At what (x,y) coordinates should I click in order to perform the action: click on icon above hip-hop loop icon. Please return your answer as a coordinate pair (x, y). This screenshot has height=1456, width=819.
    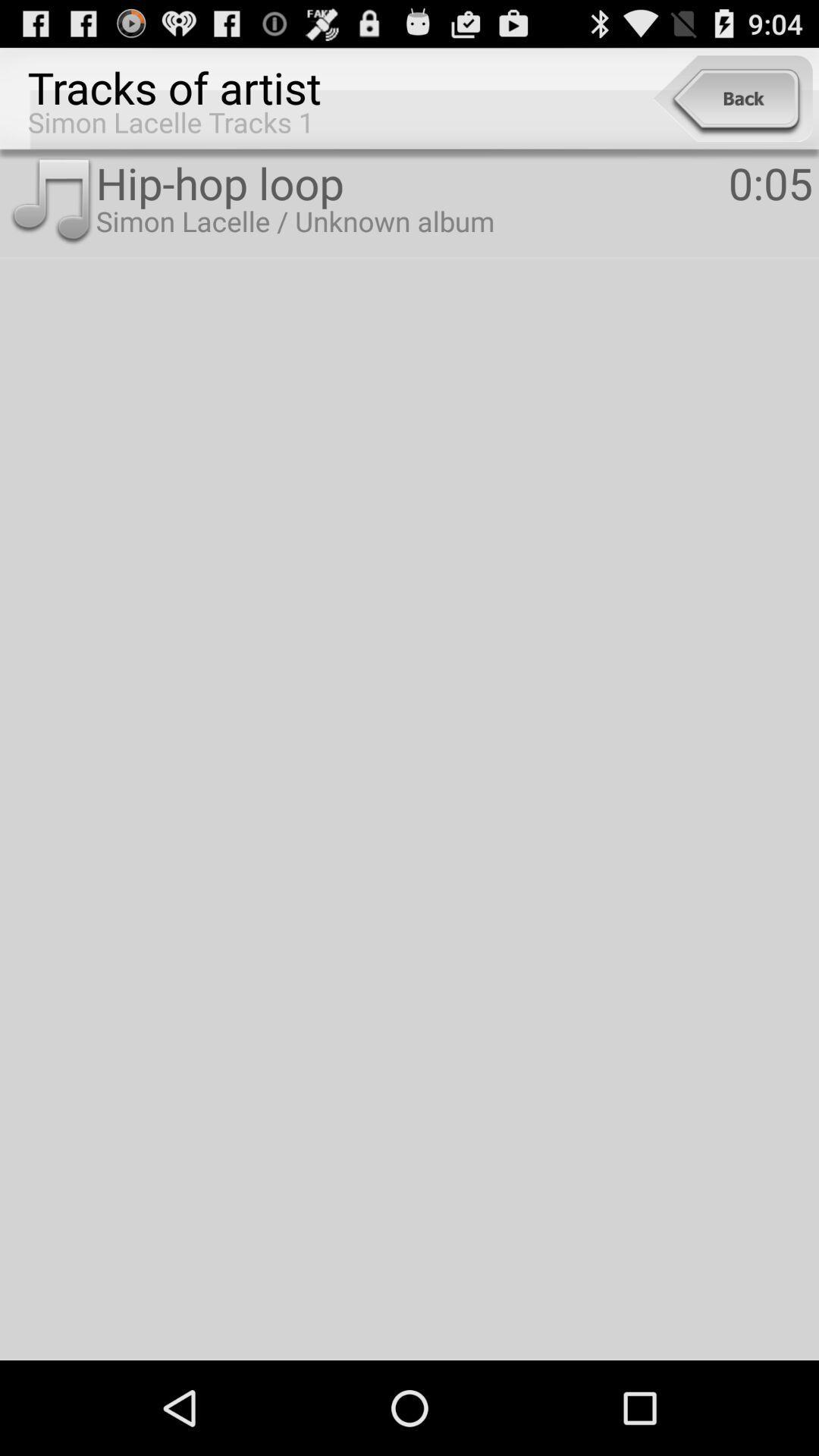
    Looking at the image, I should click on (732, 98).